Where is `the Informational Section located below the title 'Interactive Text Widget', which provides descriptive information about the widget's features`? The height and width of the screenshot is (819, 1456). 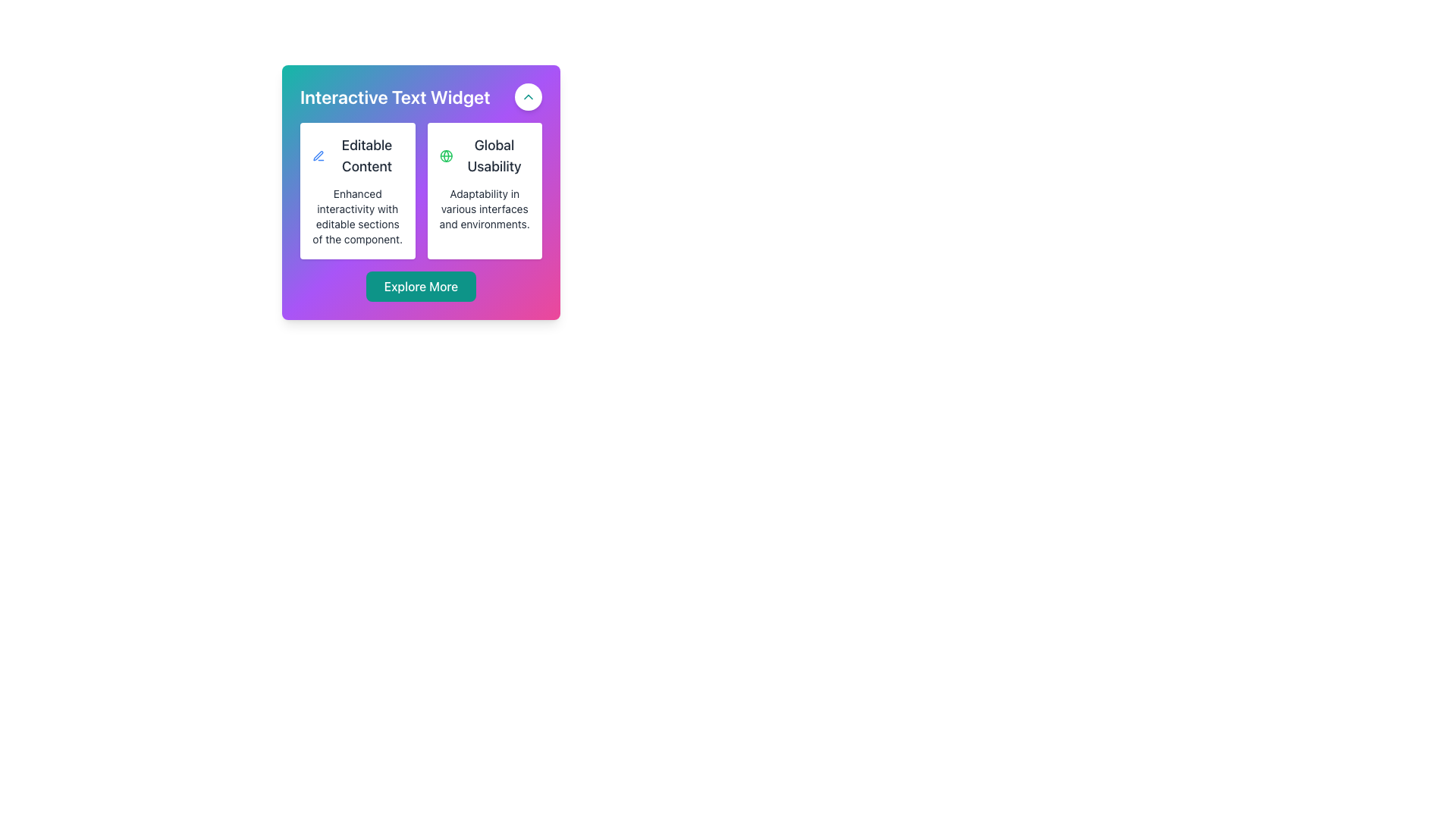
the Informational Section located below the title 'Interactive Text Widget', which provides descriptive information about the widget's features is located at coordinates (421, 192).